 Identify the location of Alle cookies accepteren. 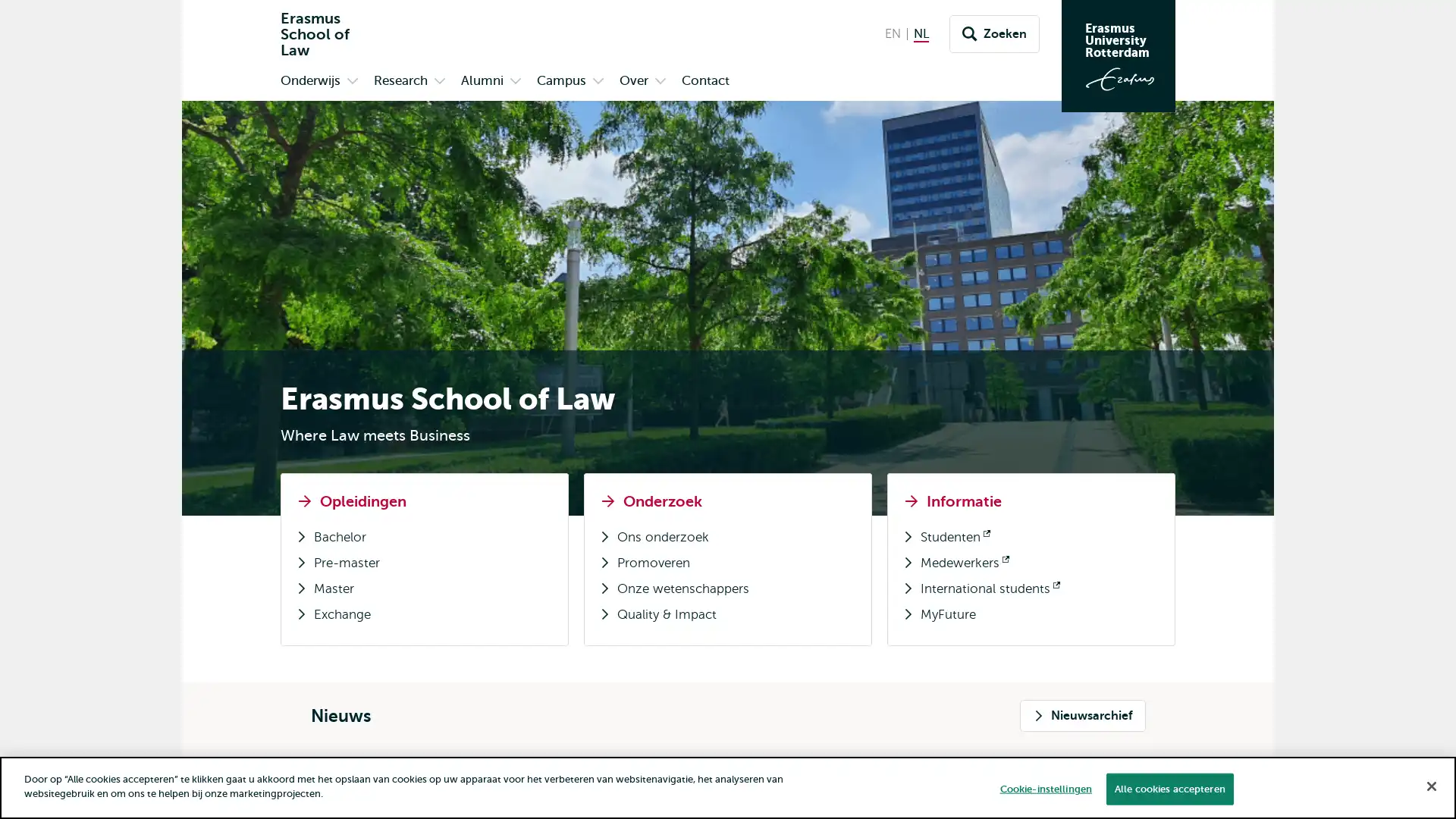
(1168, 788).